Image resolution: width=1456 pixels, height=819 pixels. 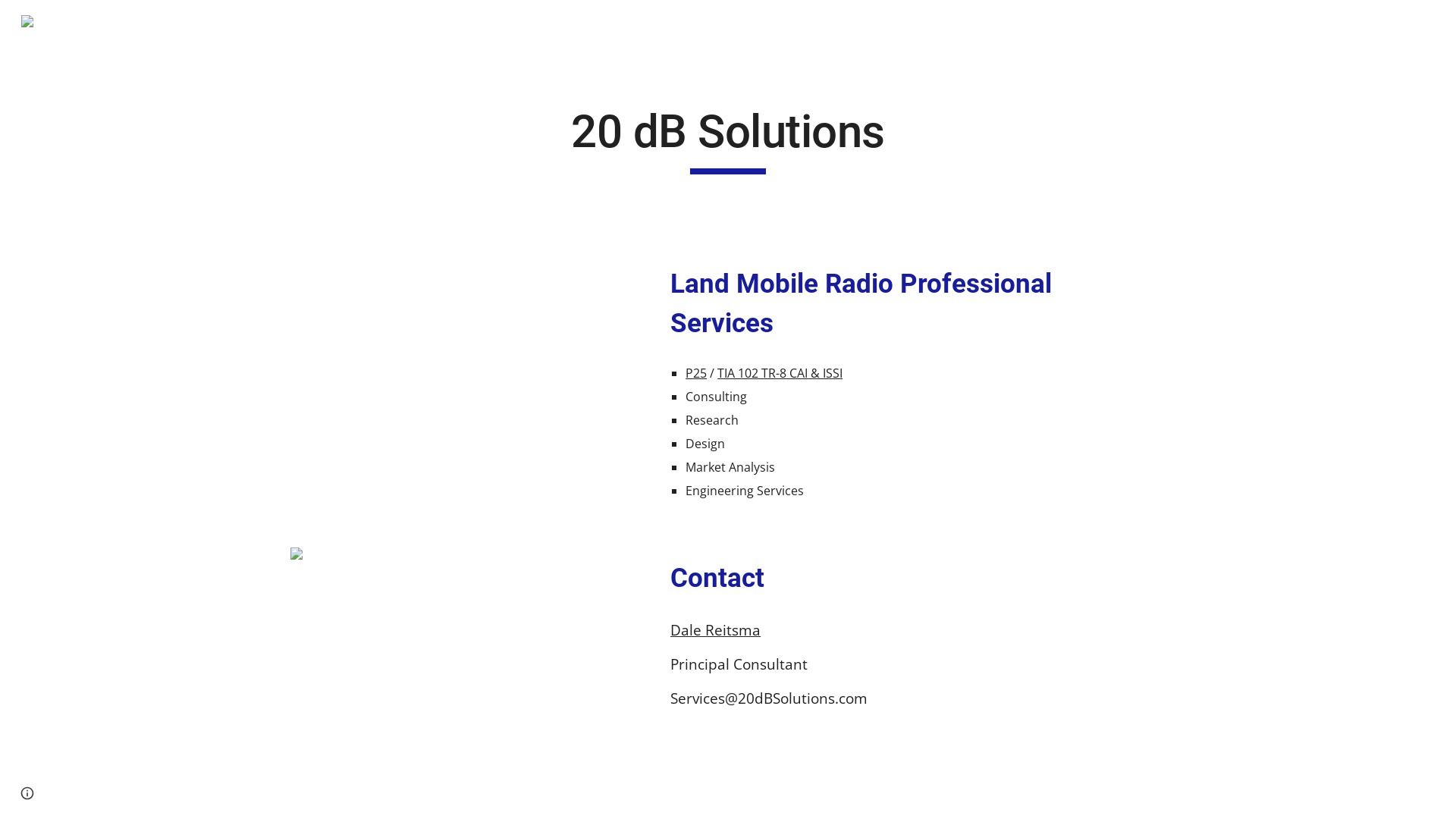 I want to click on 'P25', so click(x=695, y=373).